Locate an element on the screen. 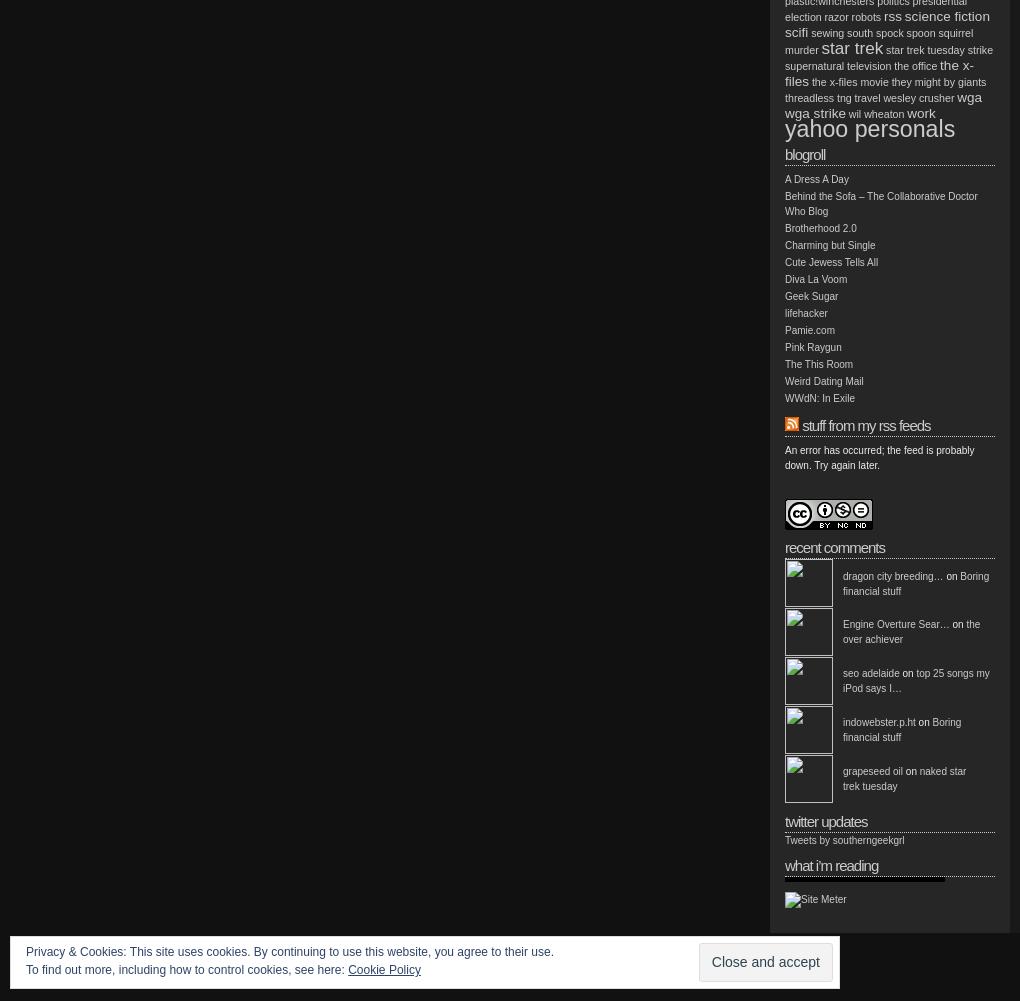 The height and width of the screenshot is (1001, 1020). 'What I’m Reading' is located at coordinates (783, 865).